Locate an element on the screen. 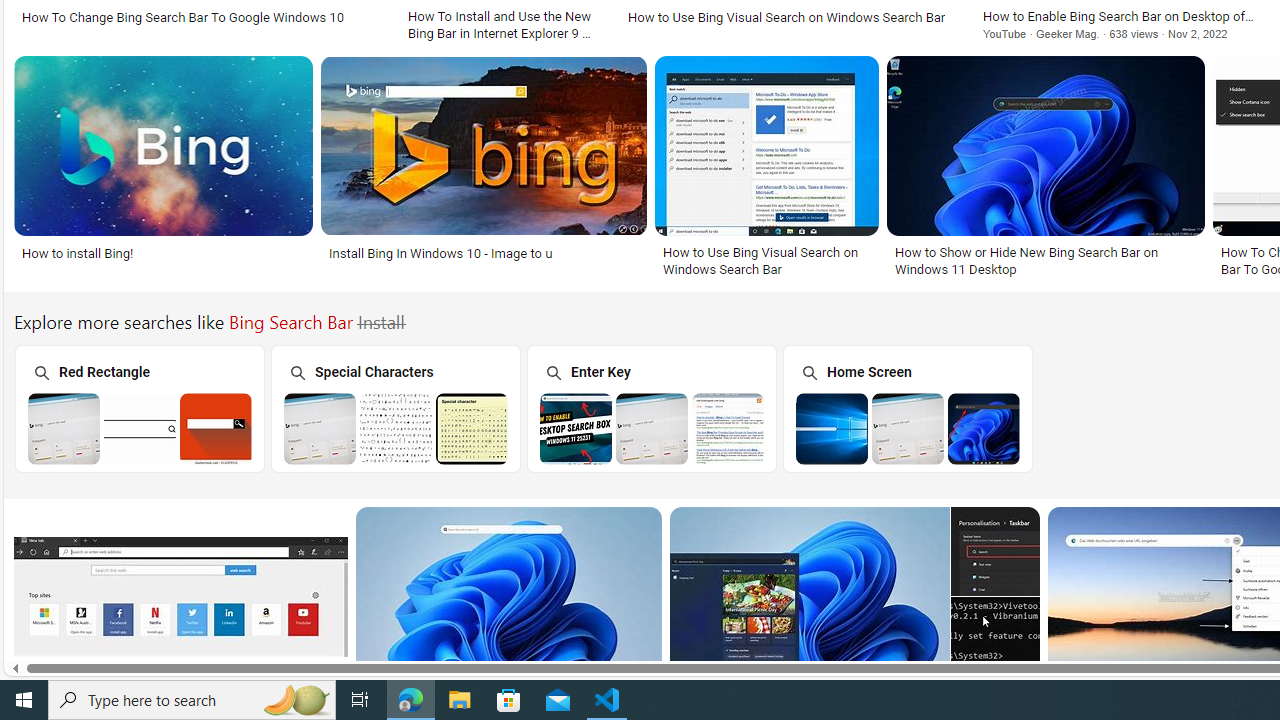 The width and height of the screenshot is (1280, 720). 'Bing Search Bar Special Characters' is located at coordinates (396, 427).